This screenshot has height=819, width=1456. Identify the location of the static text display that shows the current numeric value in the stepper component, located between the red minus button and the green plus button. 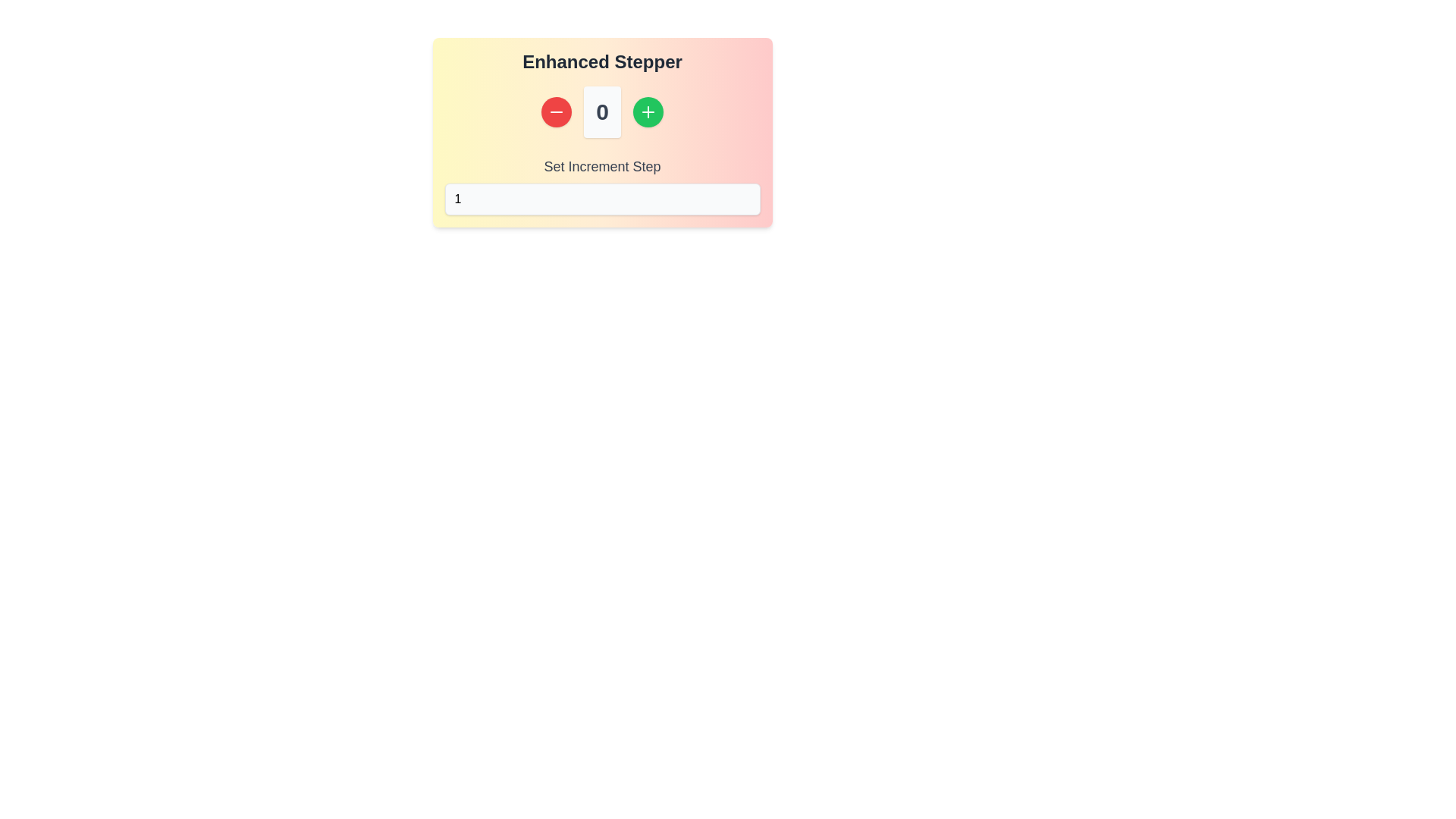
(601, 111).